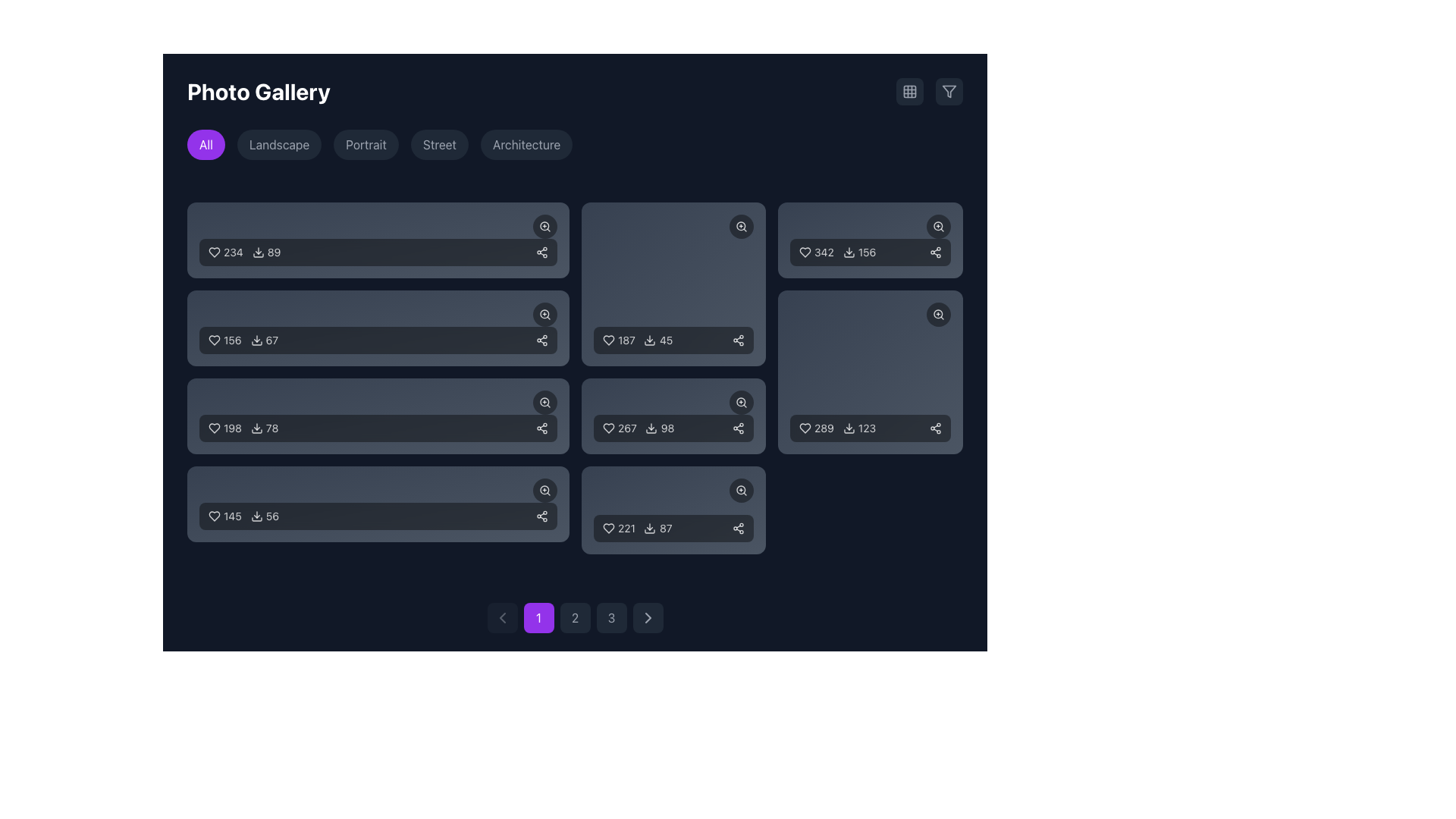 The image size is (1456, 819). What do you see at coordinates (256, 516) in the screenshot?
I see `the download icon, which resembles a downward arrow, located to the left of the download count '56' in the content card showing a heart count of '145'` at bounding box center [256, 516].